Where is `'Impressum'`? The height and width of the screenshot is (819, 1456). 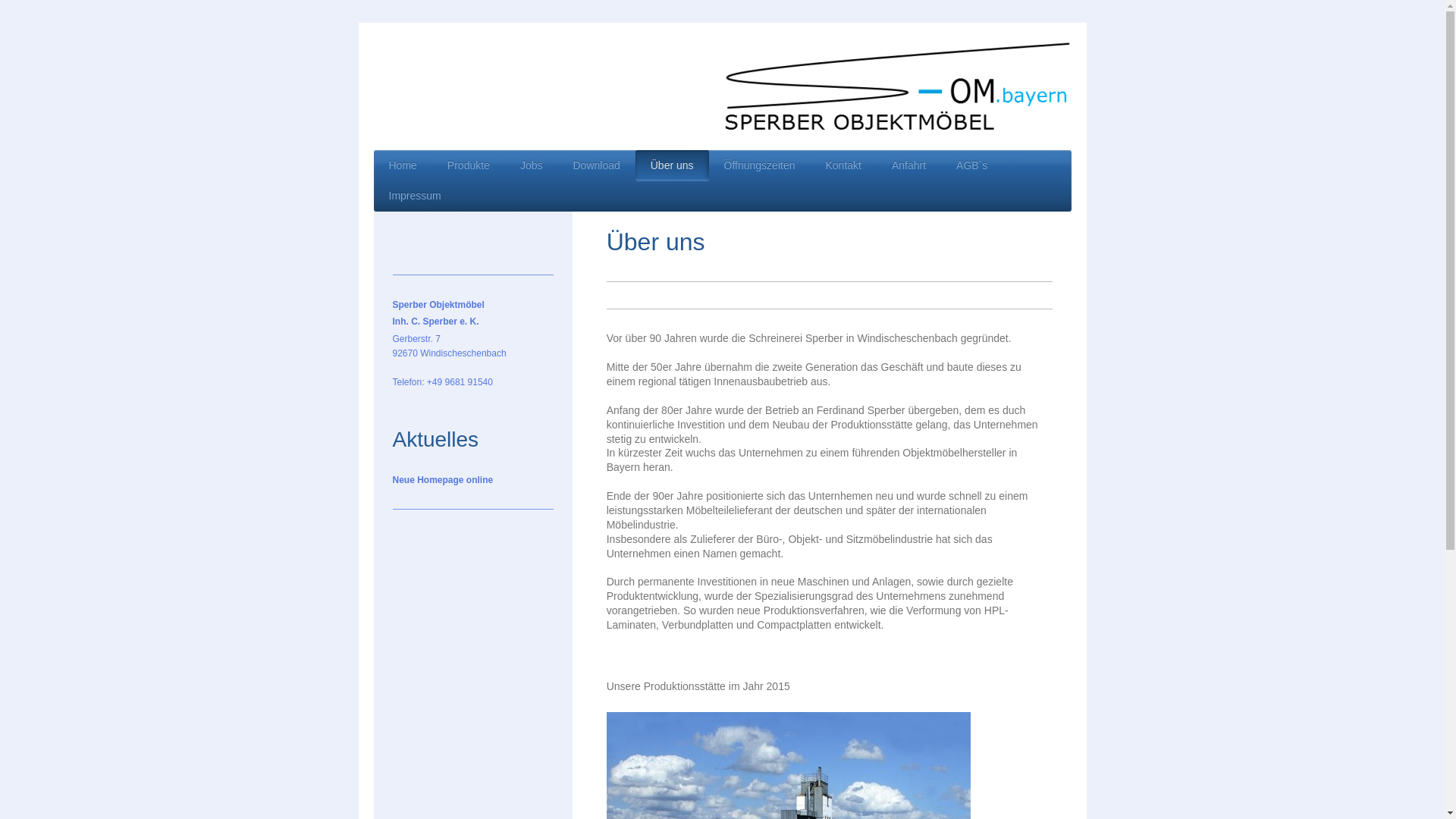 'Impressum' is located at coordinates (414, 196).